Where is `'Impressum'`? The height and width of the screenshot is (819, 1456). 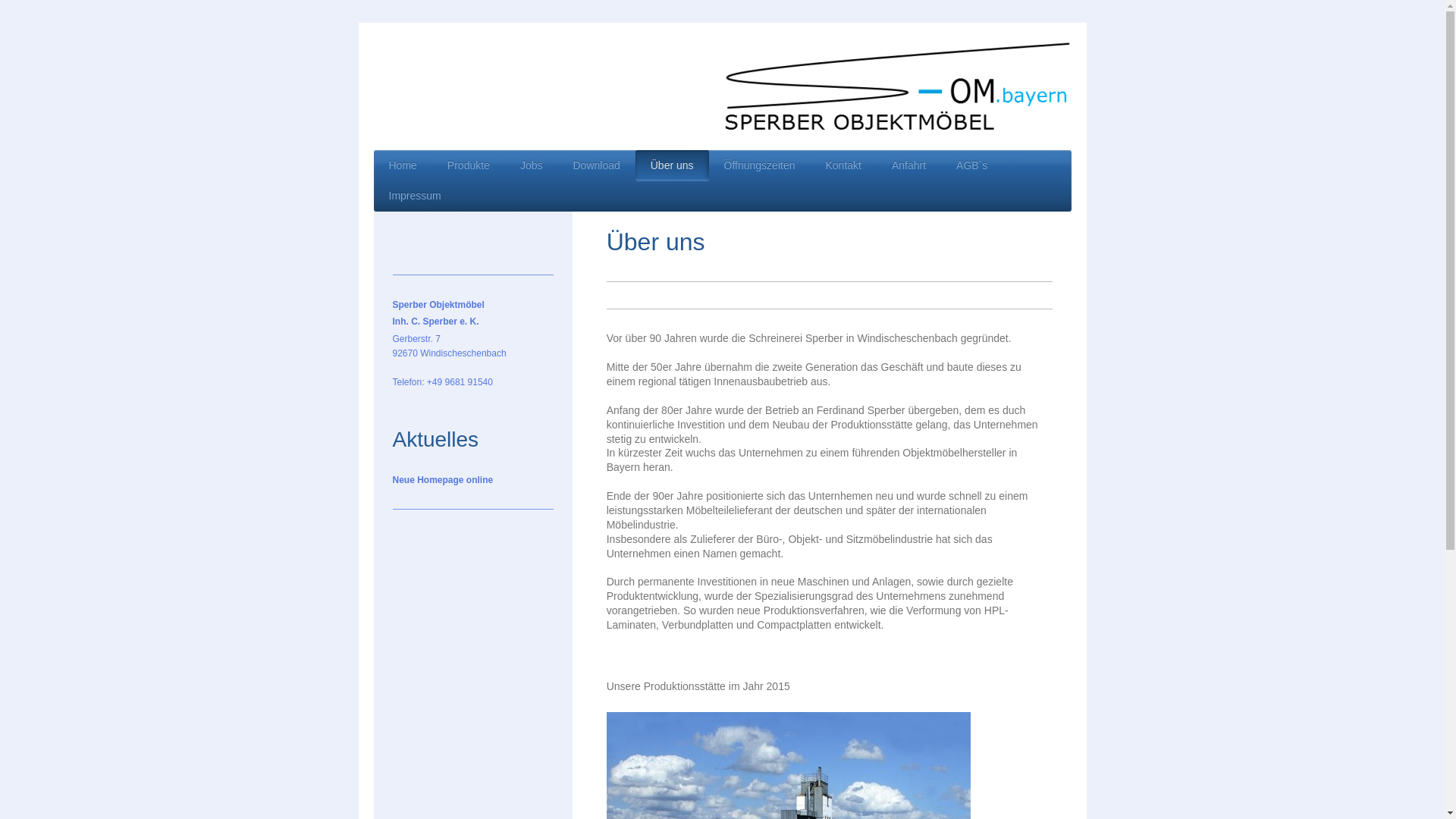 'Impressum' is located at coordinates (414, 196).